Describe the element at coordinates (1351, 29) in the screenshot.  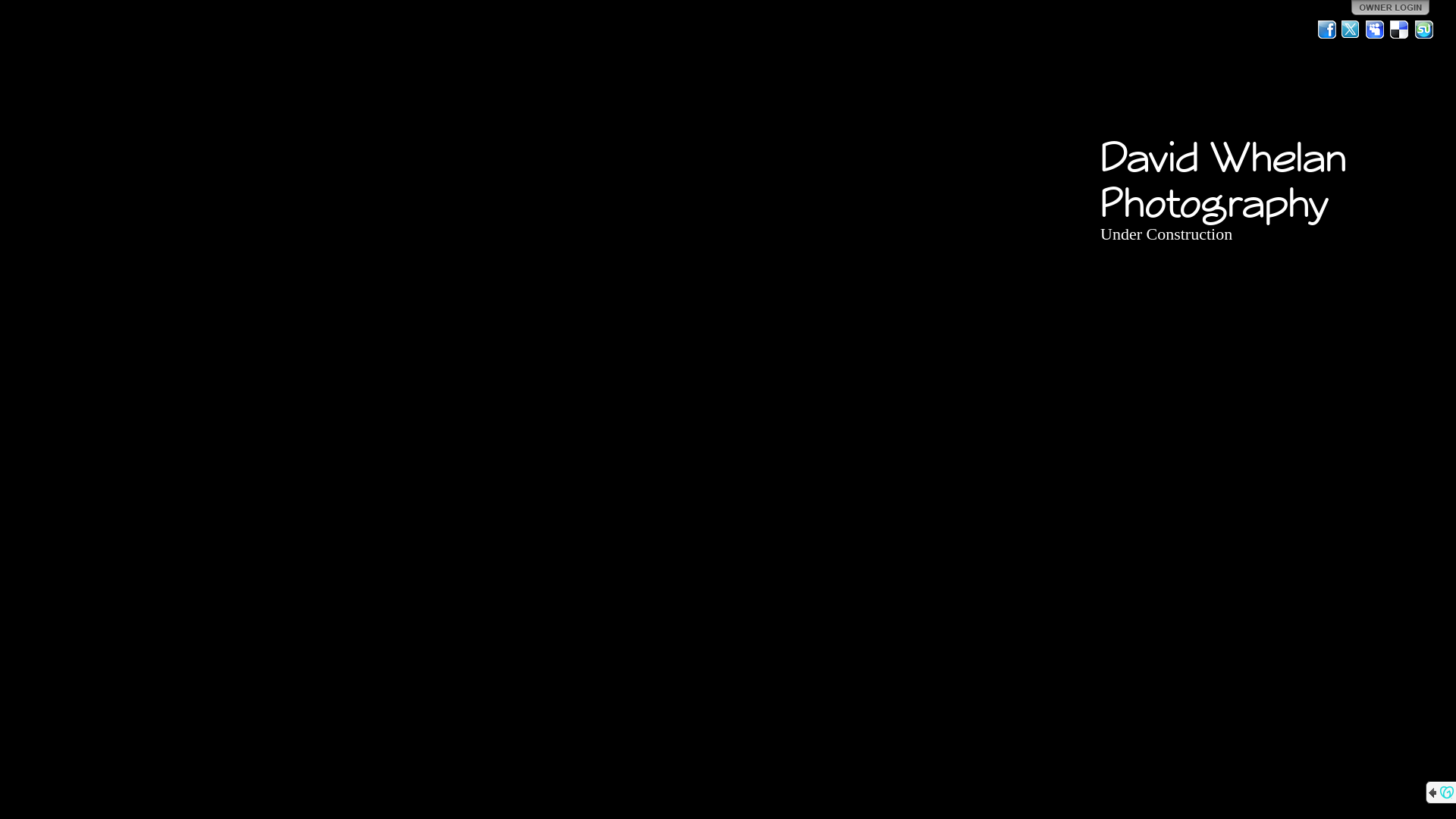
I see `'Twitter'` at that location.